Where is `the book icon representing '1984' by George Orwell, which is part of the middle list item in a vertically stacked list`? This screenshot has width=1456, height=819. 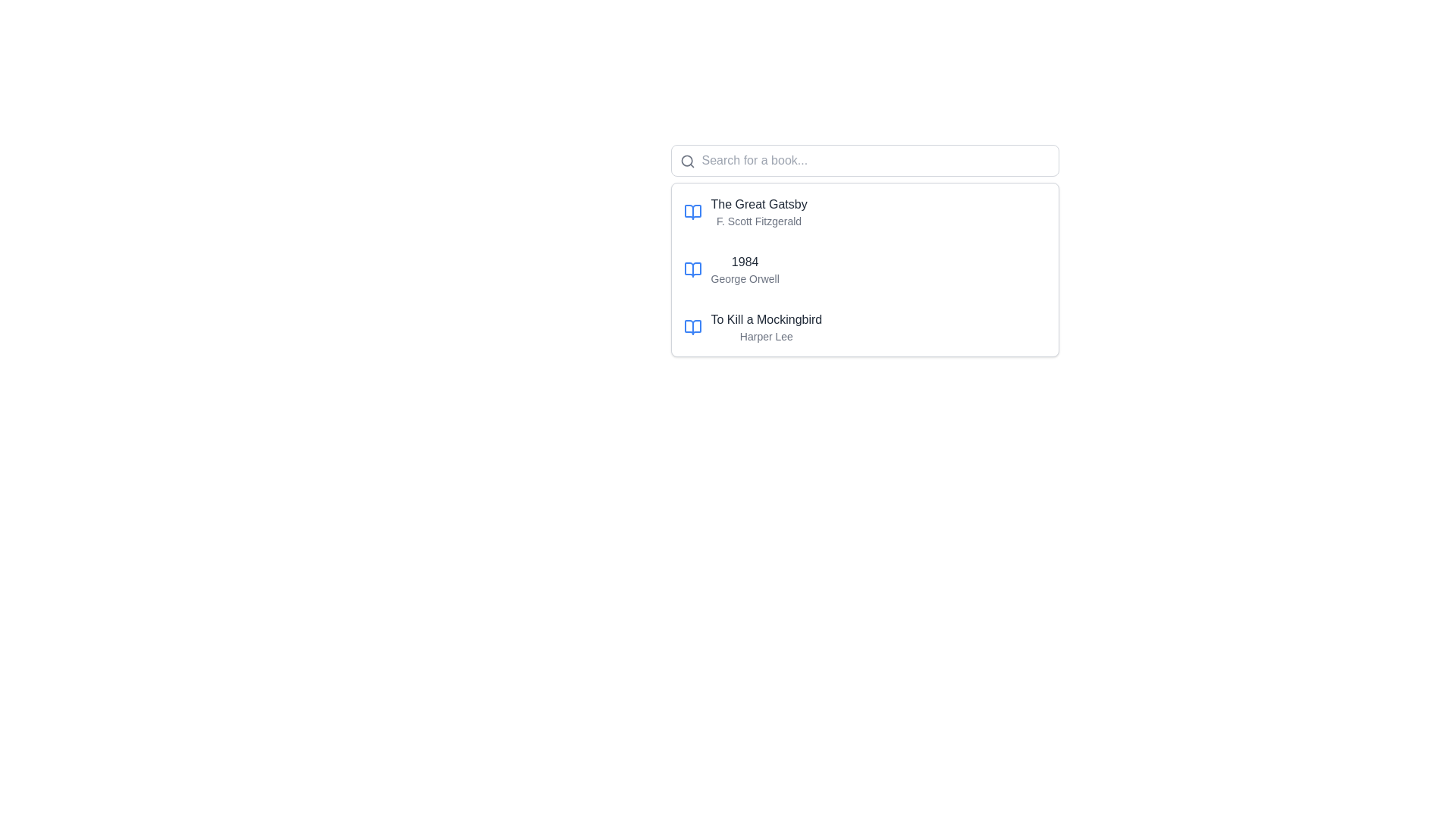
the book icon representing '1984' by George Orwell, which is part of the middle list item in a vertically stacked list is located at coordinates (692, 268).